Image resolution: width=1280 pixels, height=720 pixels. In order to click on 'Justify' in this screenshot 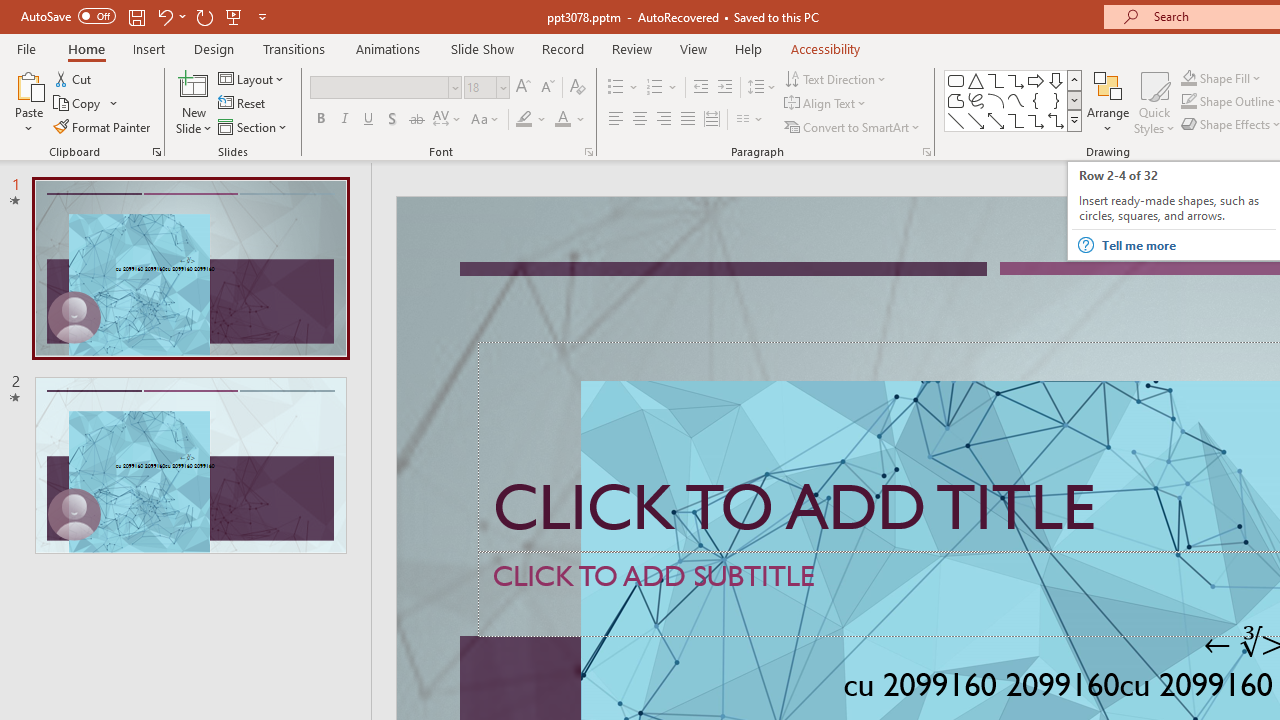, I will do `click(688, 119)`.